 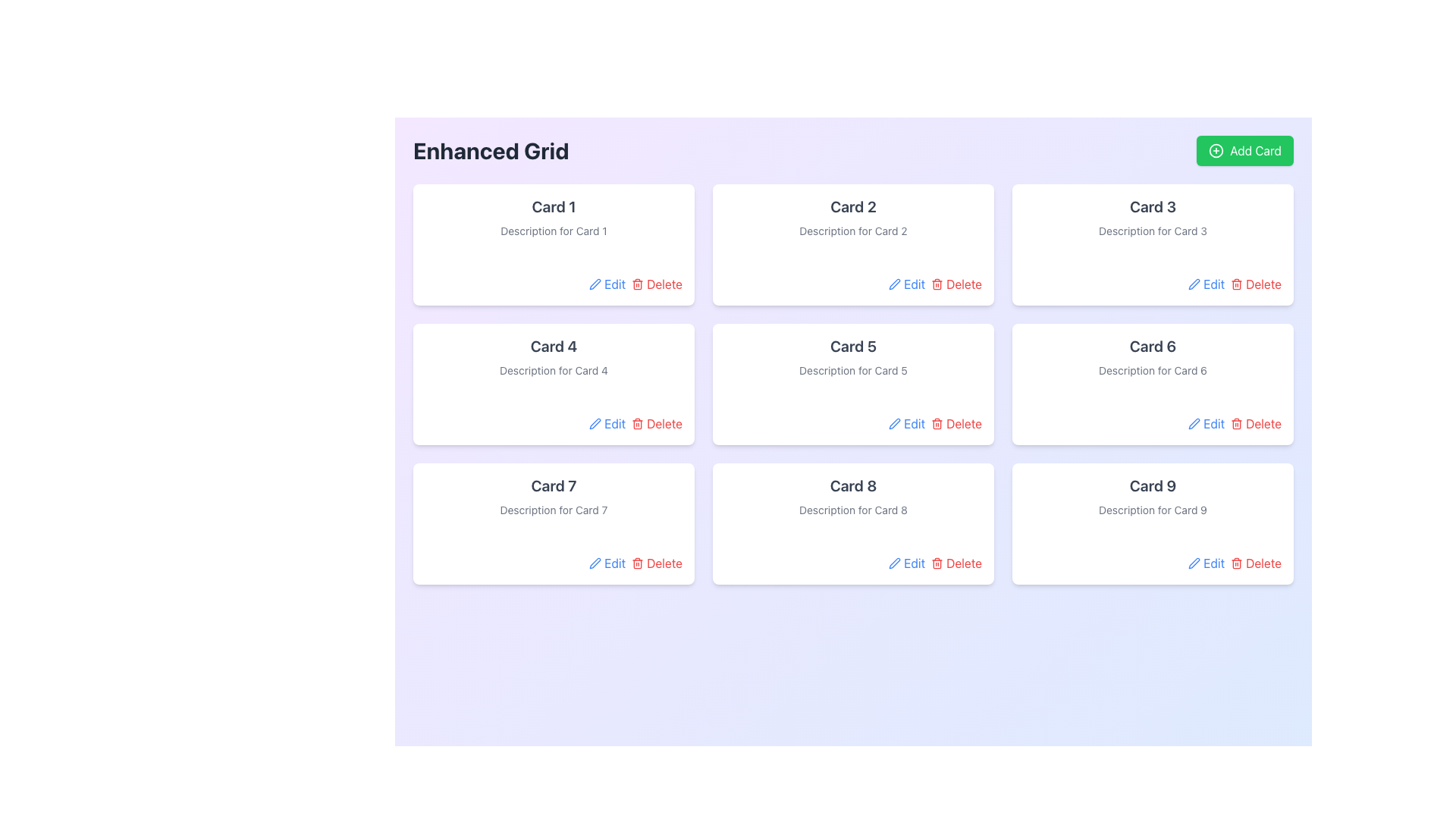 I want to click on the green button labeled 'Add Card' located in the top-right corner of the interface, so click(x=1216, y=151).